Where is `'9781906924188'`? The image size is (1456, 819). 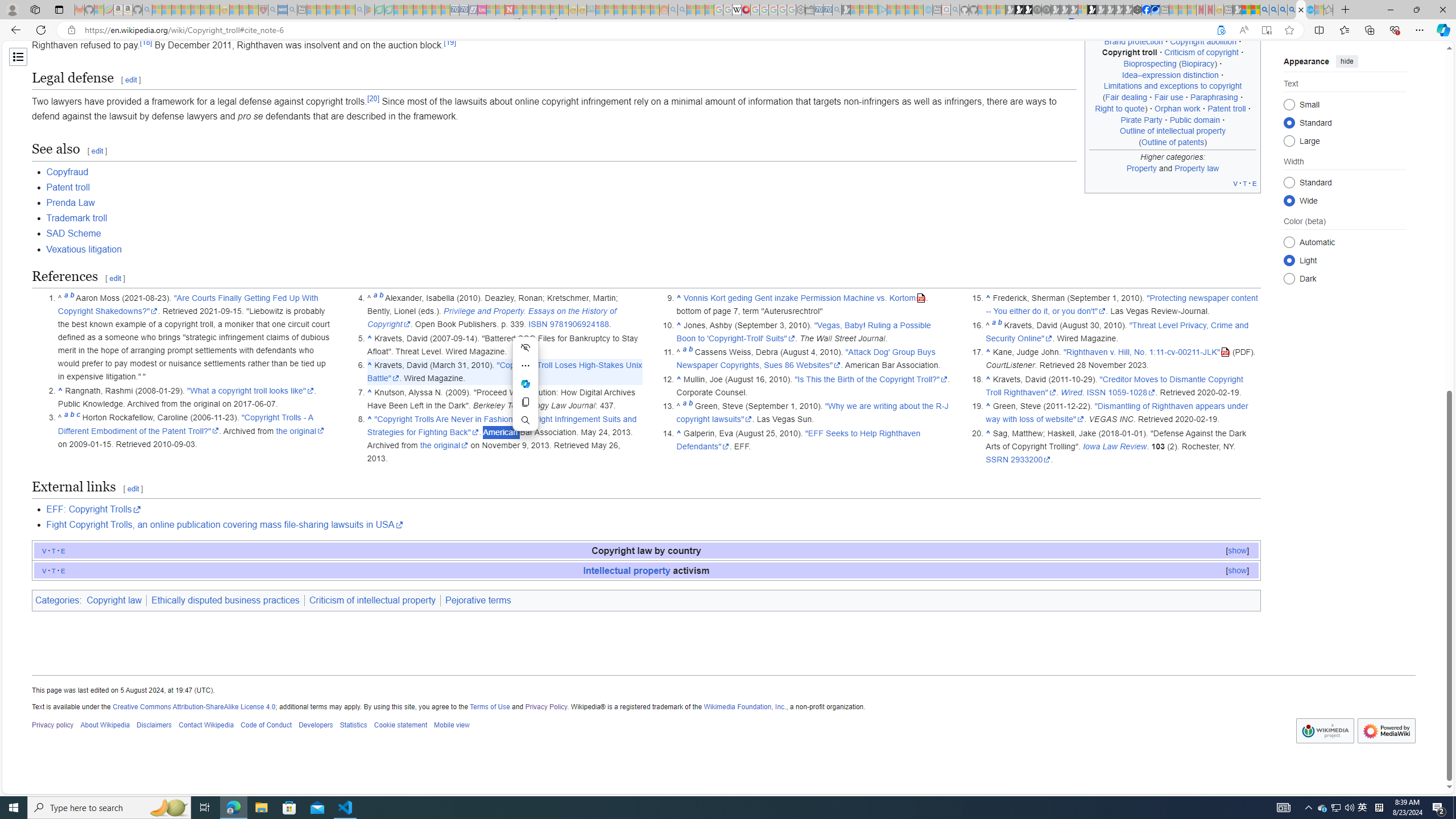
'9781906924188' is located at coordinates (578, 324).